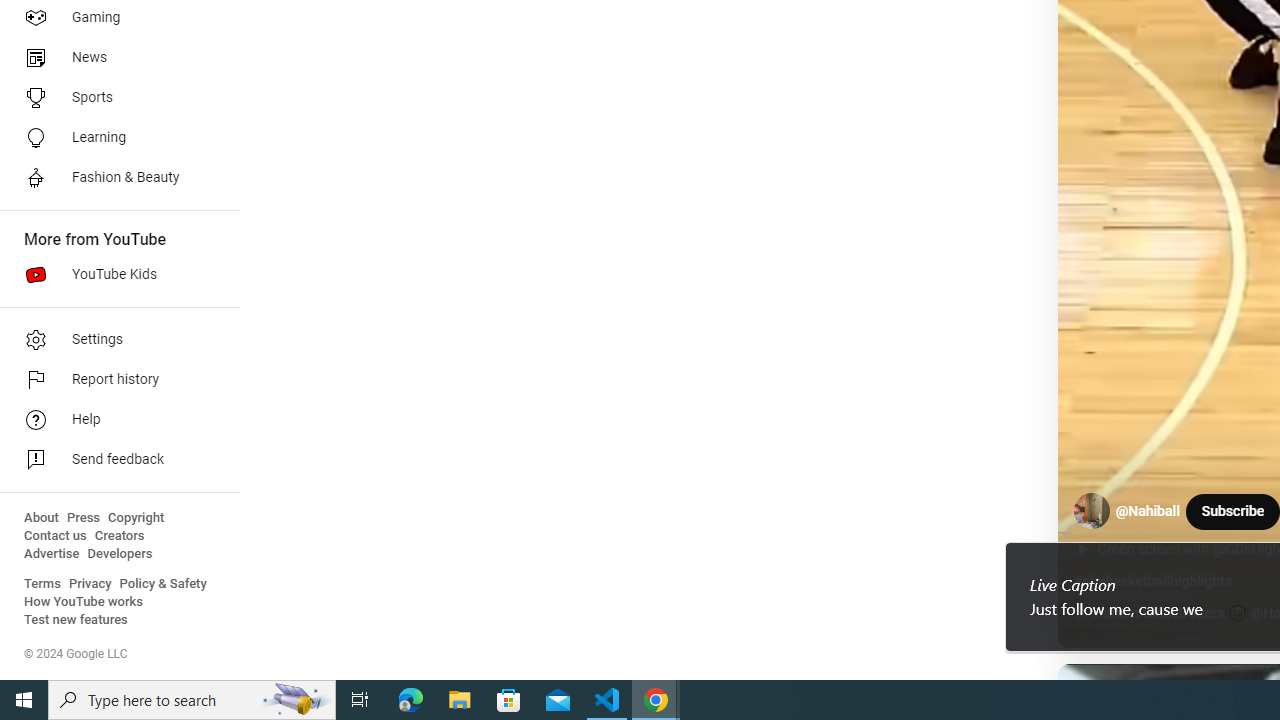  Describe the element at coordinates (1152, 581) in the screenshot. I see `'#nbabasketballhighlights'` at that location.